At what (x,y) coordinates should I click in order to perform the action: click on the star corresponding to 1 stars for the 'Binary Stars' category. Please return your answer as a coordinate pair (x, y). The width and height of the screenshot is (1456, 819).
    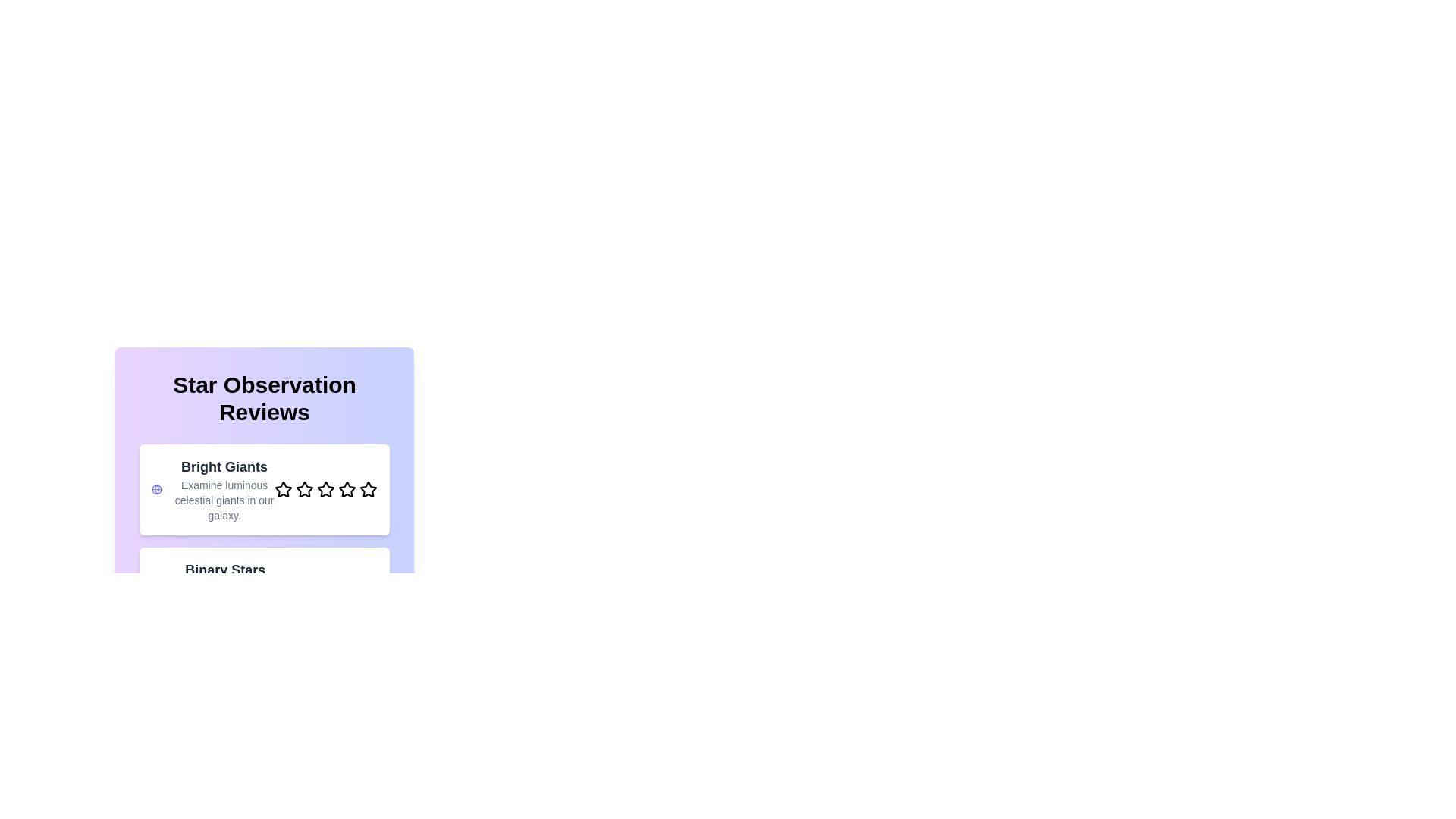
    Looking at the image, I should click on (284, 592).